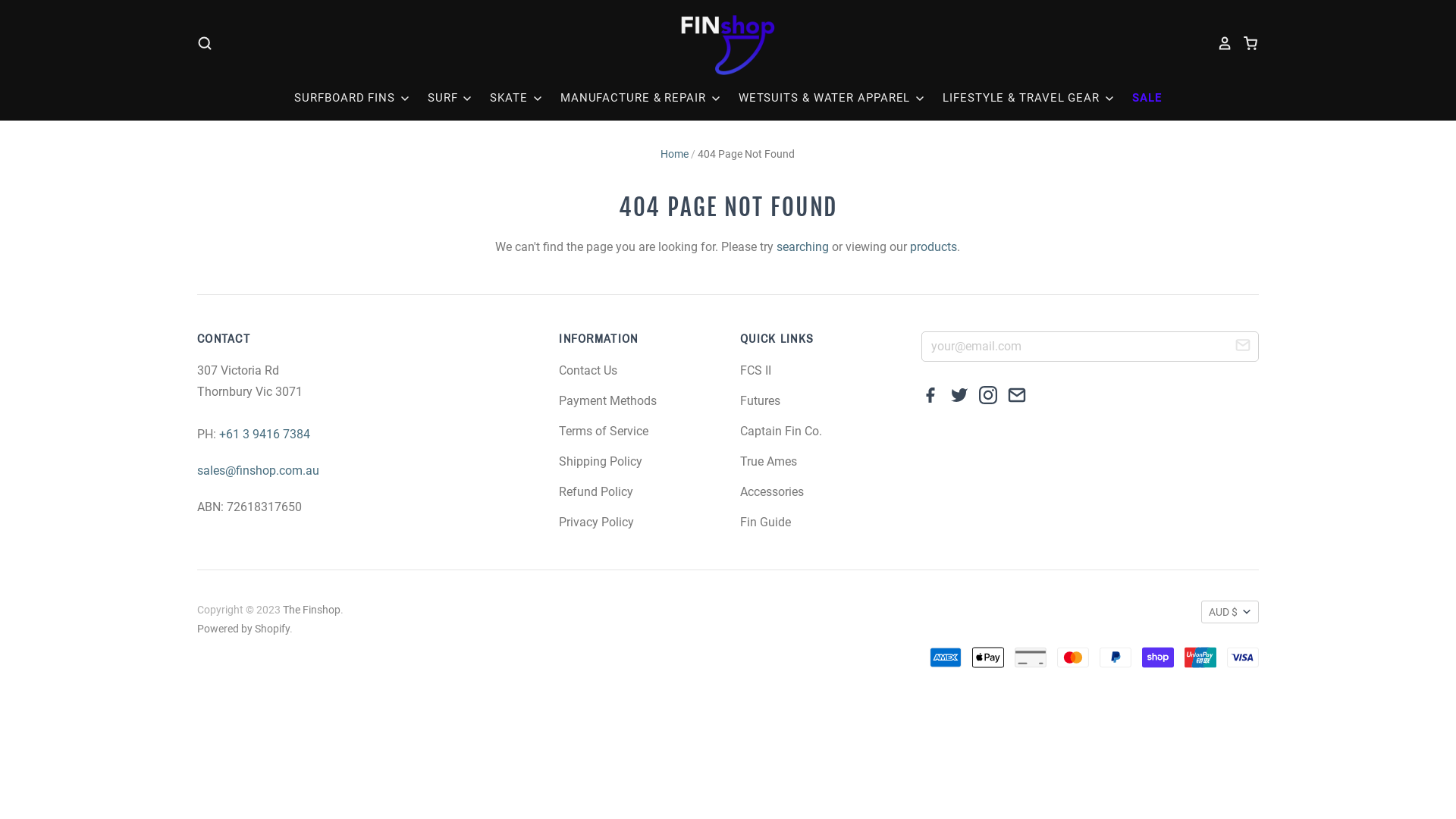 Image resolution: width=1456 pixels, height=819 pixels. Describe the element at coordinates (558, 431) in the screenshot. I see `'Terms of Service'` at that location.